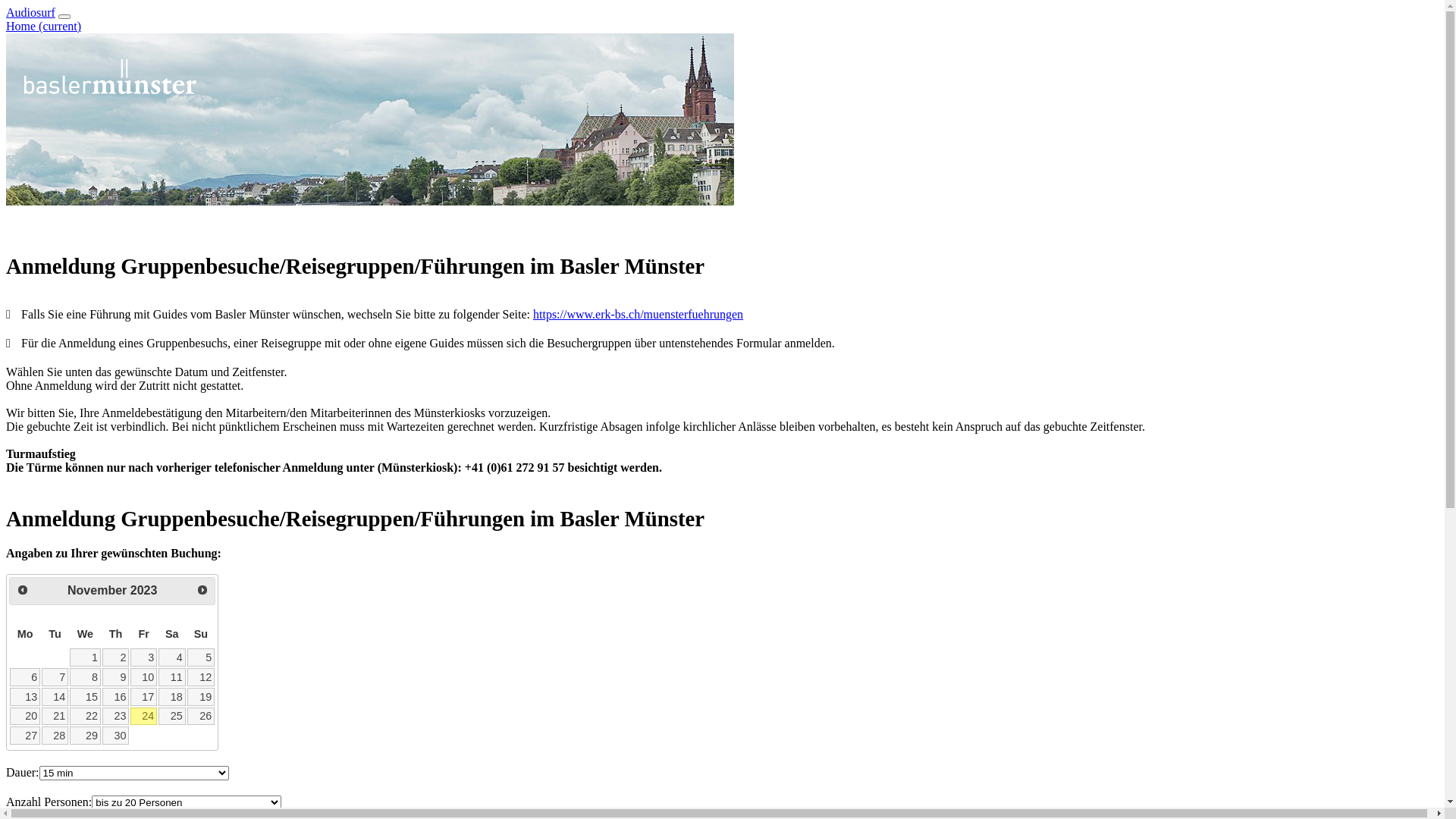  I want to click on '4', so click(171, 657).